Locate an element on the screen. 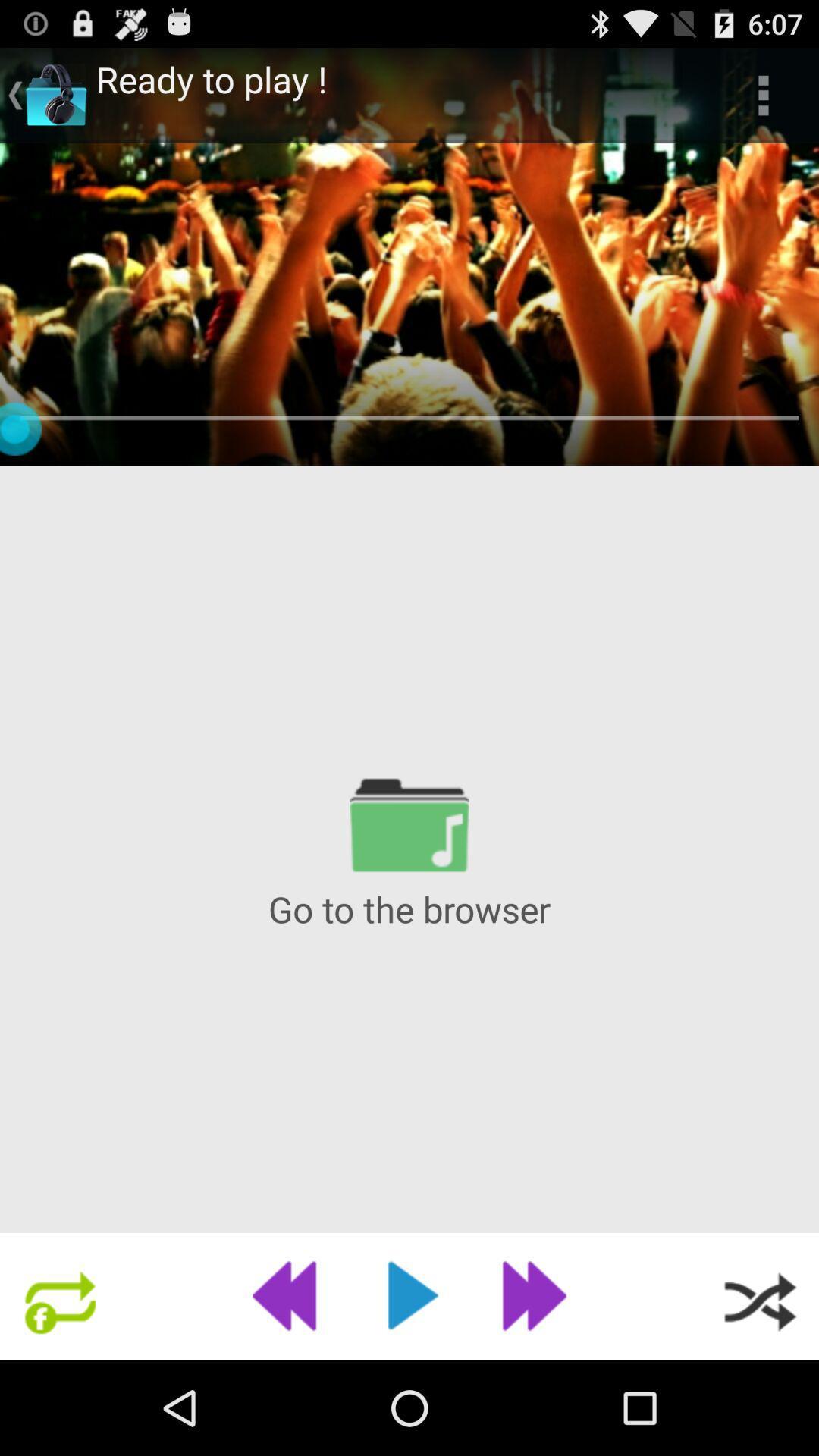  the folder icon is located at coordinates (409, 883).